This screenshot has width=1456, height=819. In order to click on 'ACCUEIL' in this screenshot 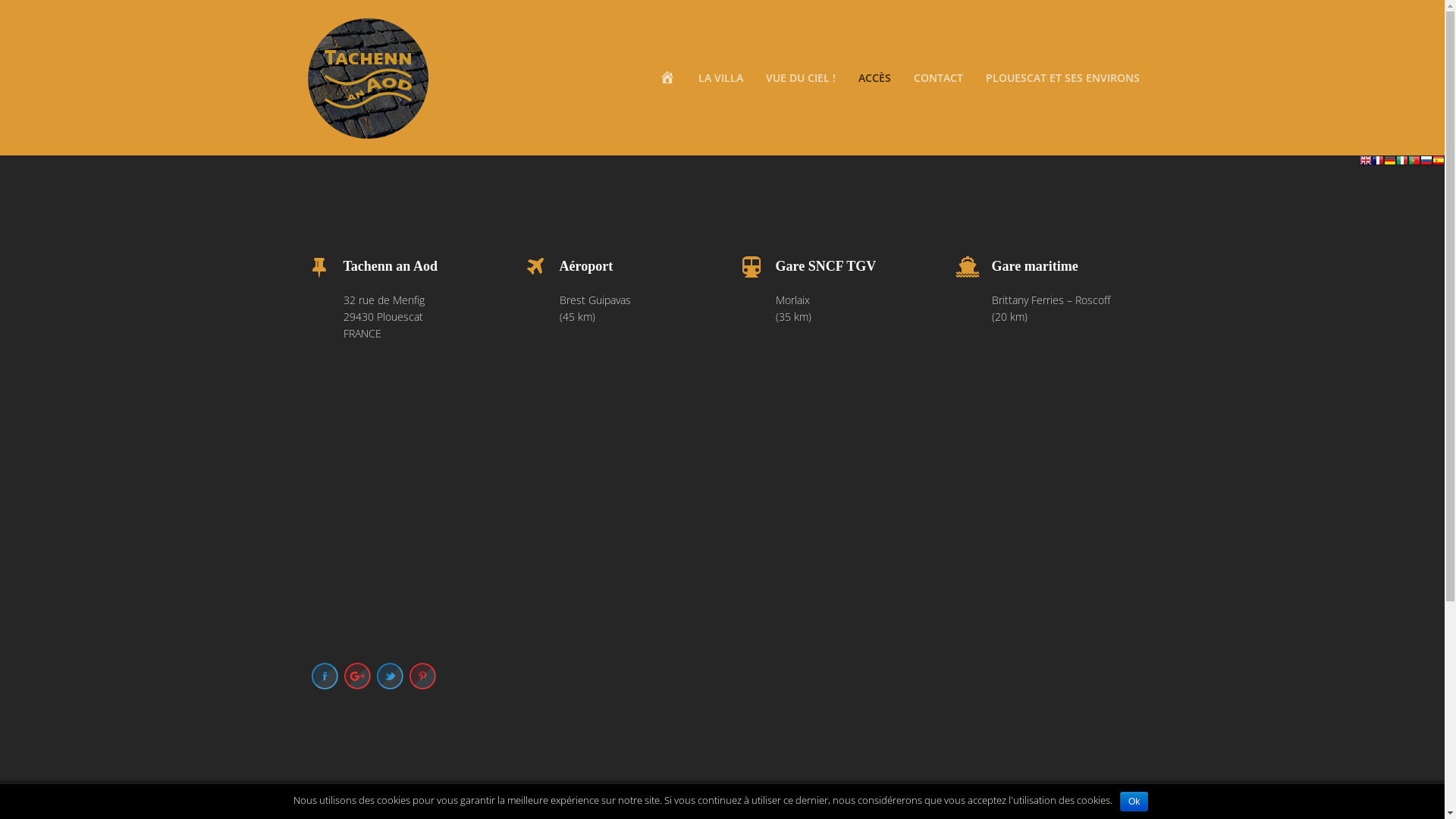, I will do `click(667, 77)`.